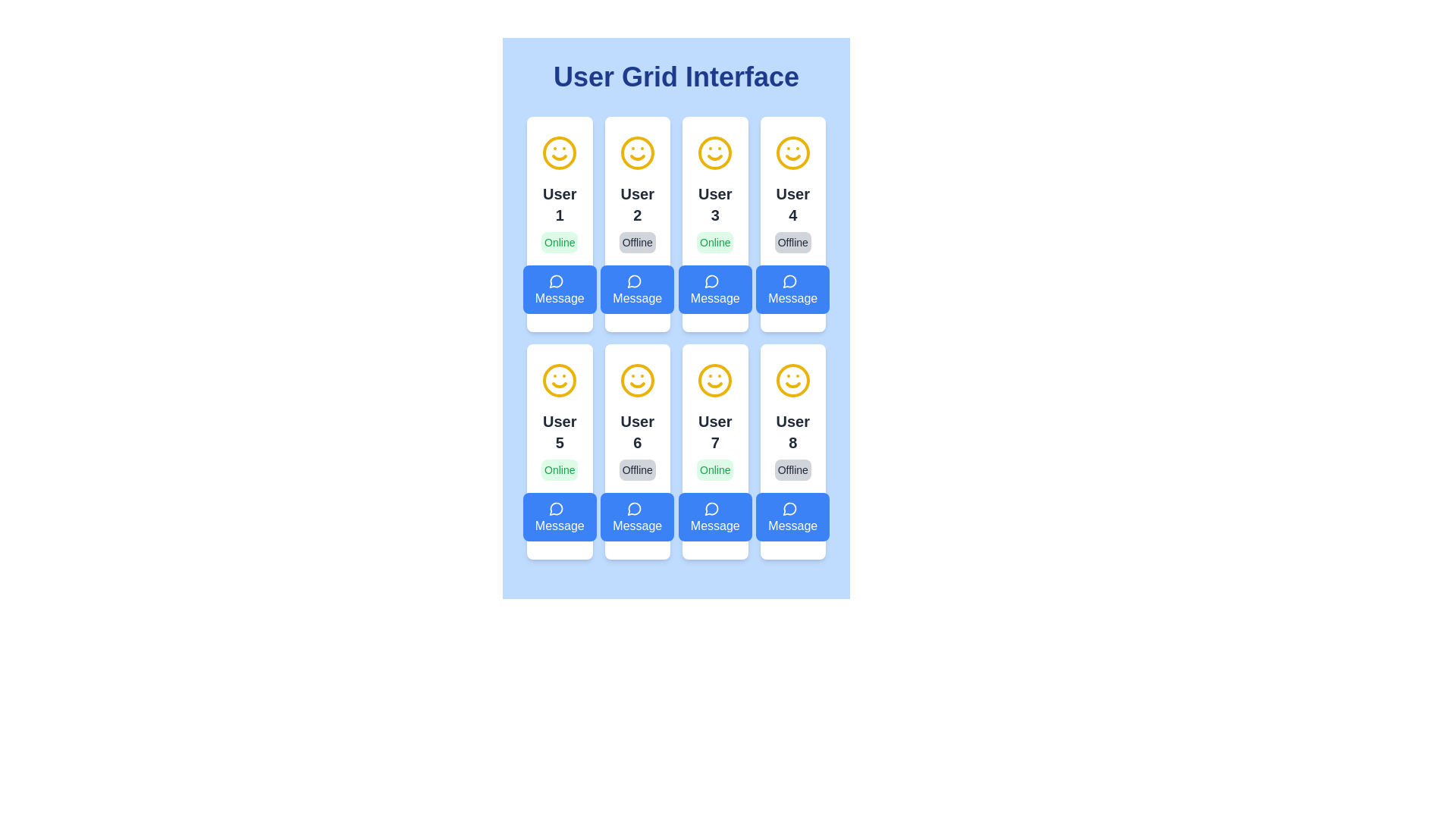 This screenshot has width=1456, height=819. What do you see at coordinates (792, 152) in the screenshot?
I see `the yellow circular outline icon resembling a smiling face located in the top-right corner of the 'User 4' card, above the 'Offline' and 'Message' labels` at bounding box center [792, 152].